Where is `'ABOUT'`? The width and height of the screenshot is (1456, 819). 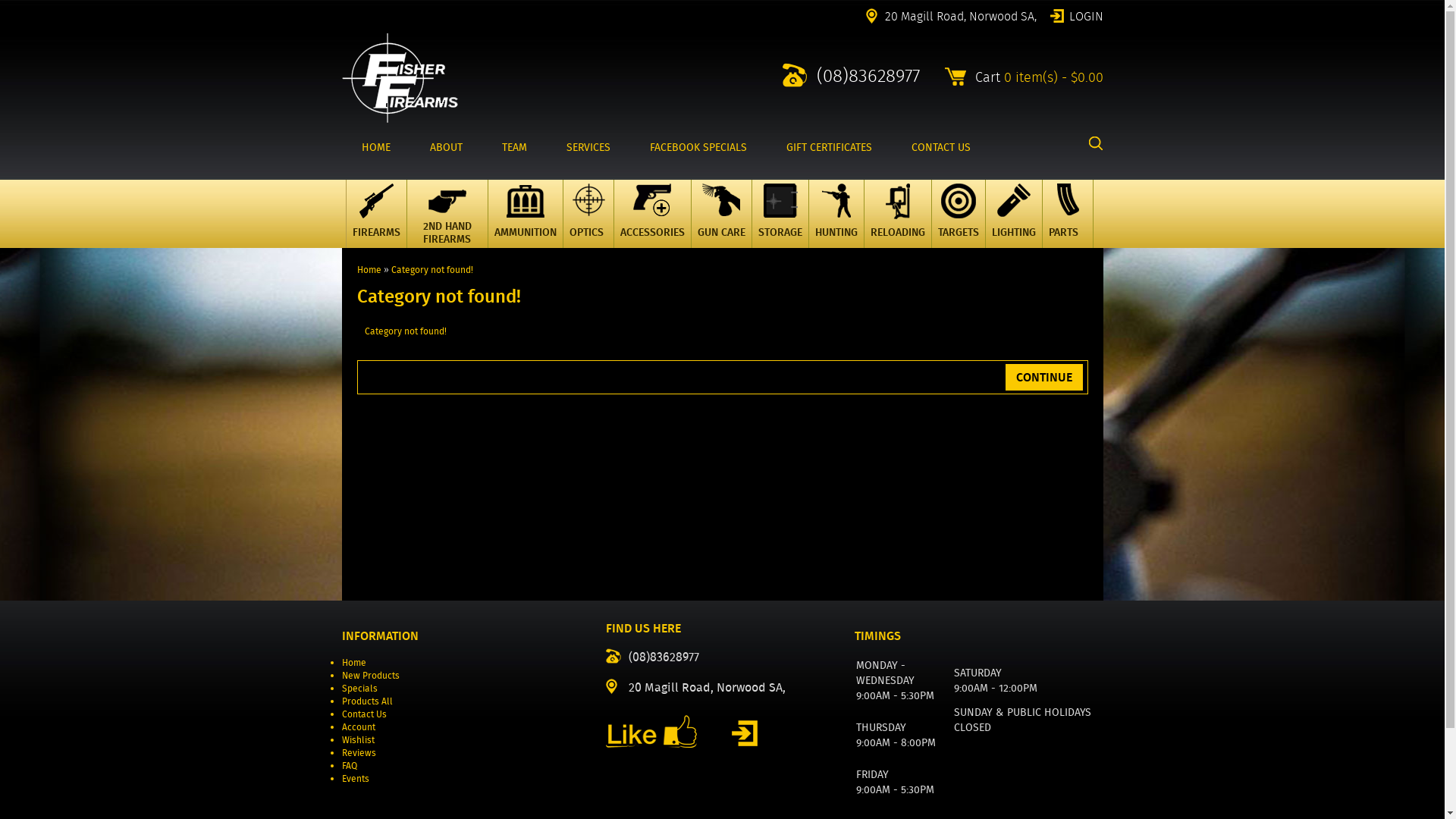
'ABOUT' is located at coordinates (444, 147).